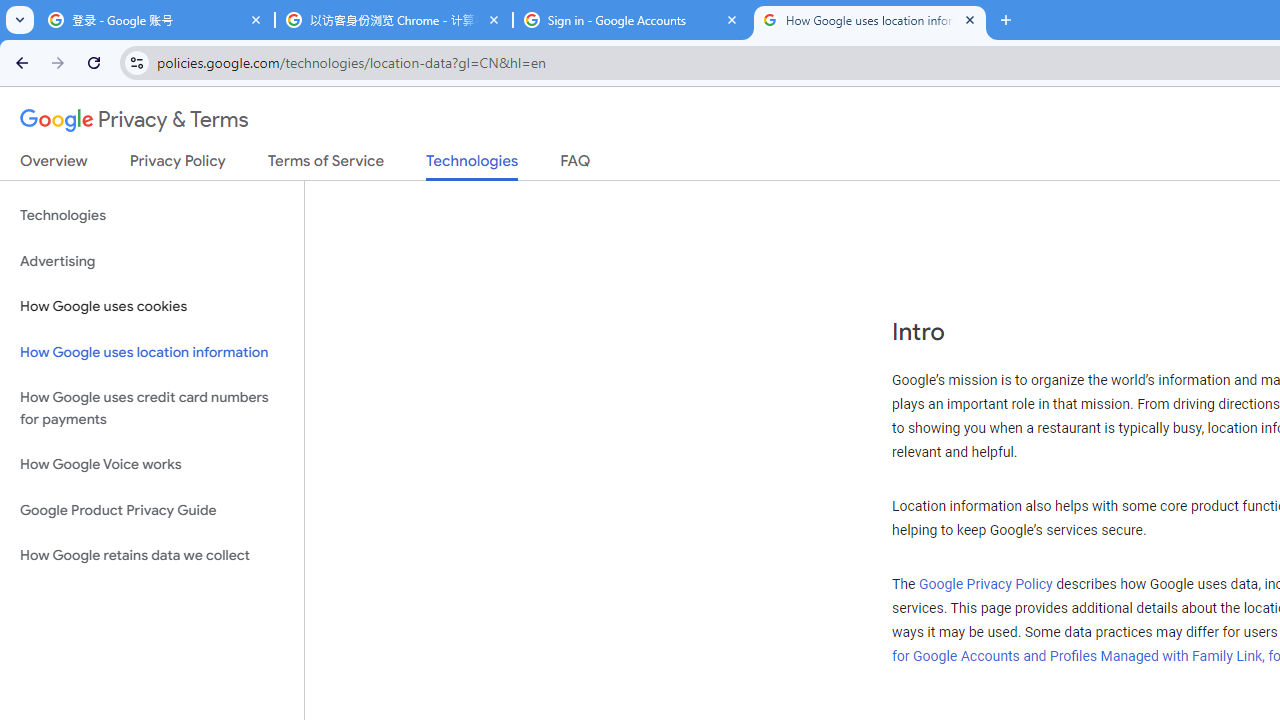 The image size is (1280, 720). Describe the element at coordinates (151, 465) in the screenshot. I see `'How Google Voice works'` at that location.